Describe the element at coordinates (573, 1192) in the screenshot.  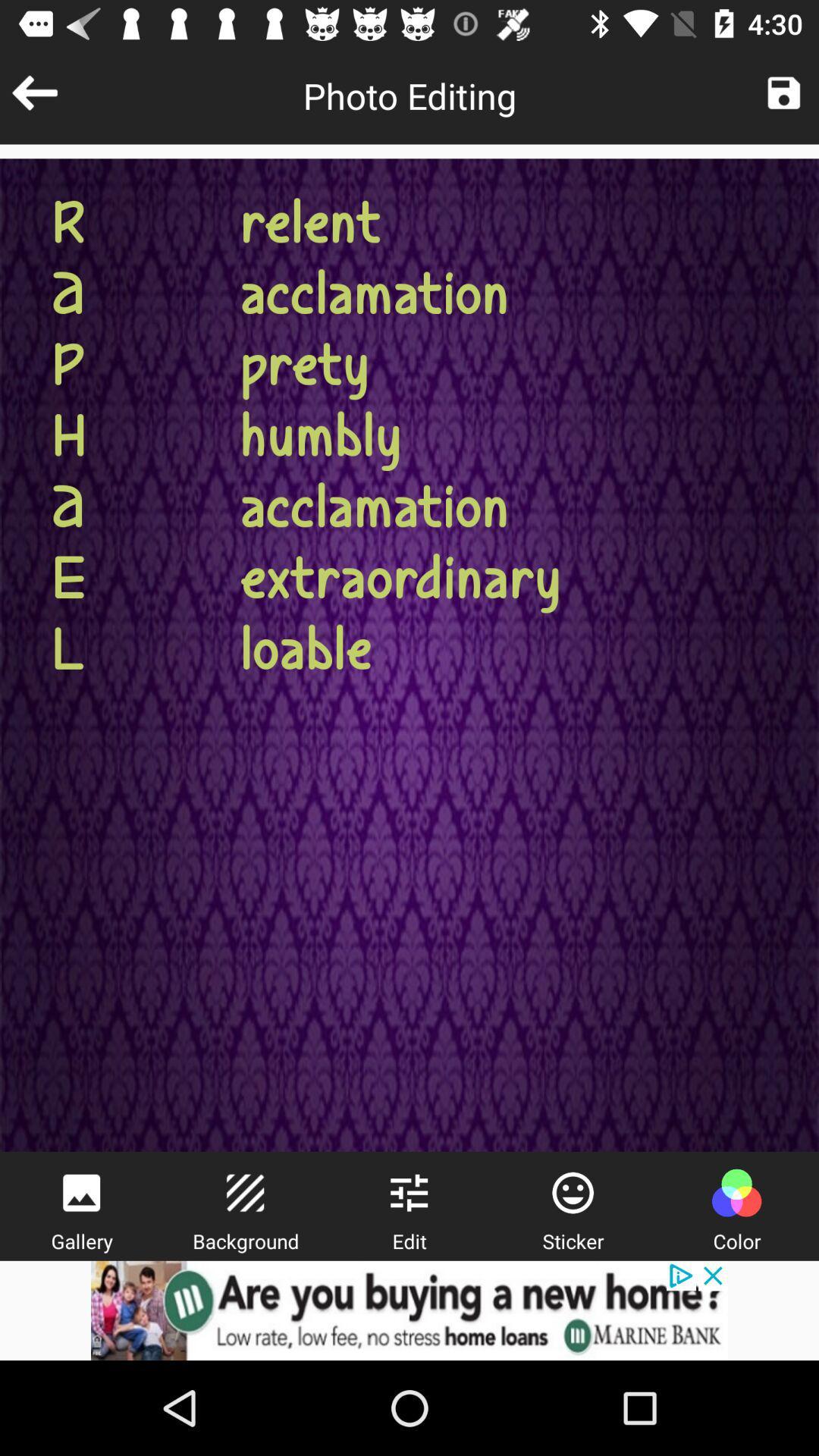
I see `the stricker` at that location.